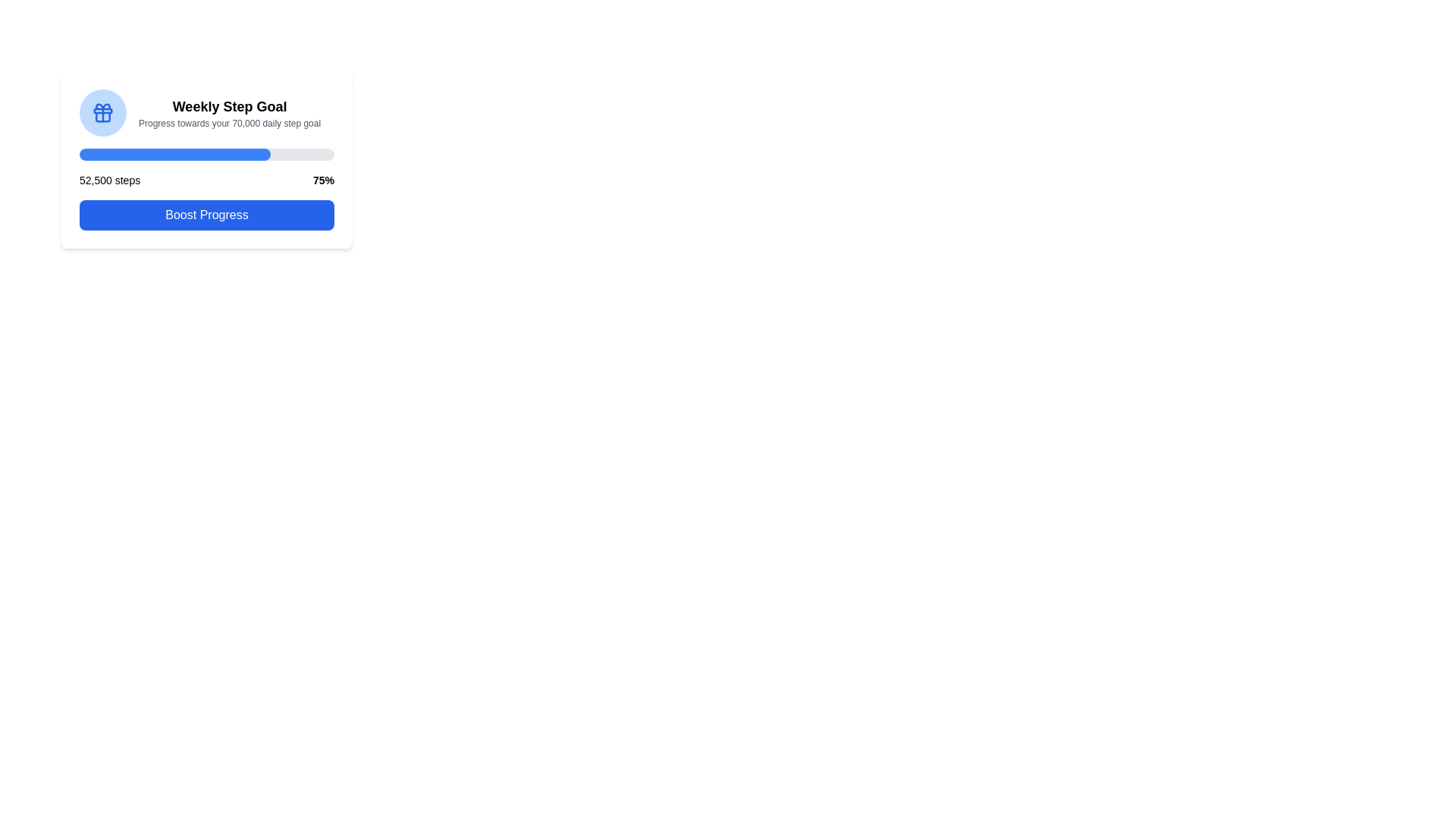 Image resolution: width=1456 pixels, height=819 pixels. What do you see at coordinates (109, 180) in the screenshot?
I see `the text label displaying '52,500 steps' which is located on the left side of the progress summary component` at bounding box center [109, 180].